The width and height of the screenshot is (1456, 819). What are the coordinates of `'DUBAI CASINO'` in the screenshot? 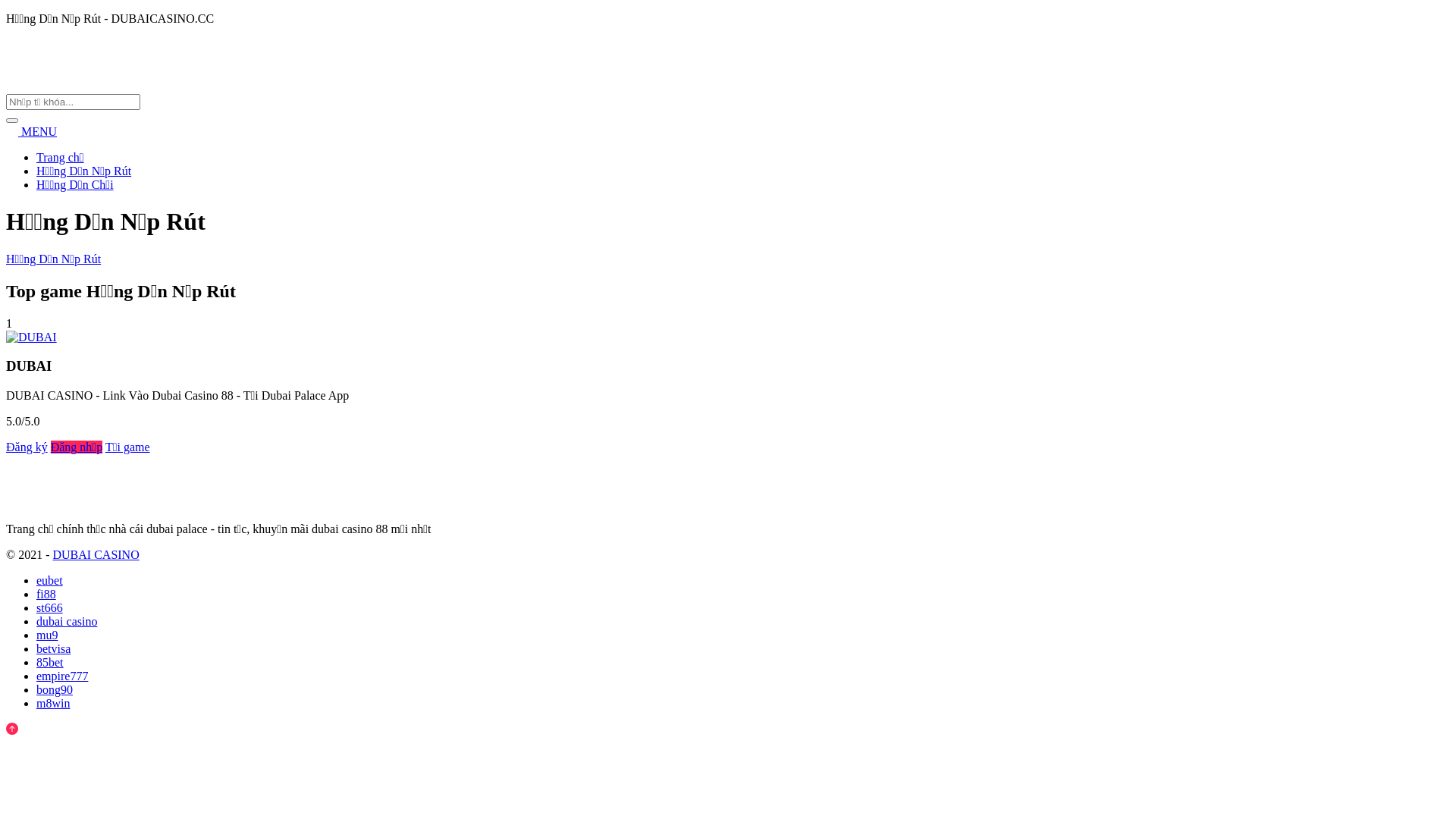 It's located at (94, 554).